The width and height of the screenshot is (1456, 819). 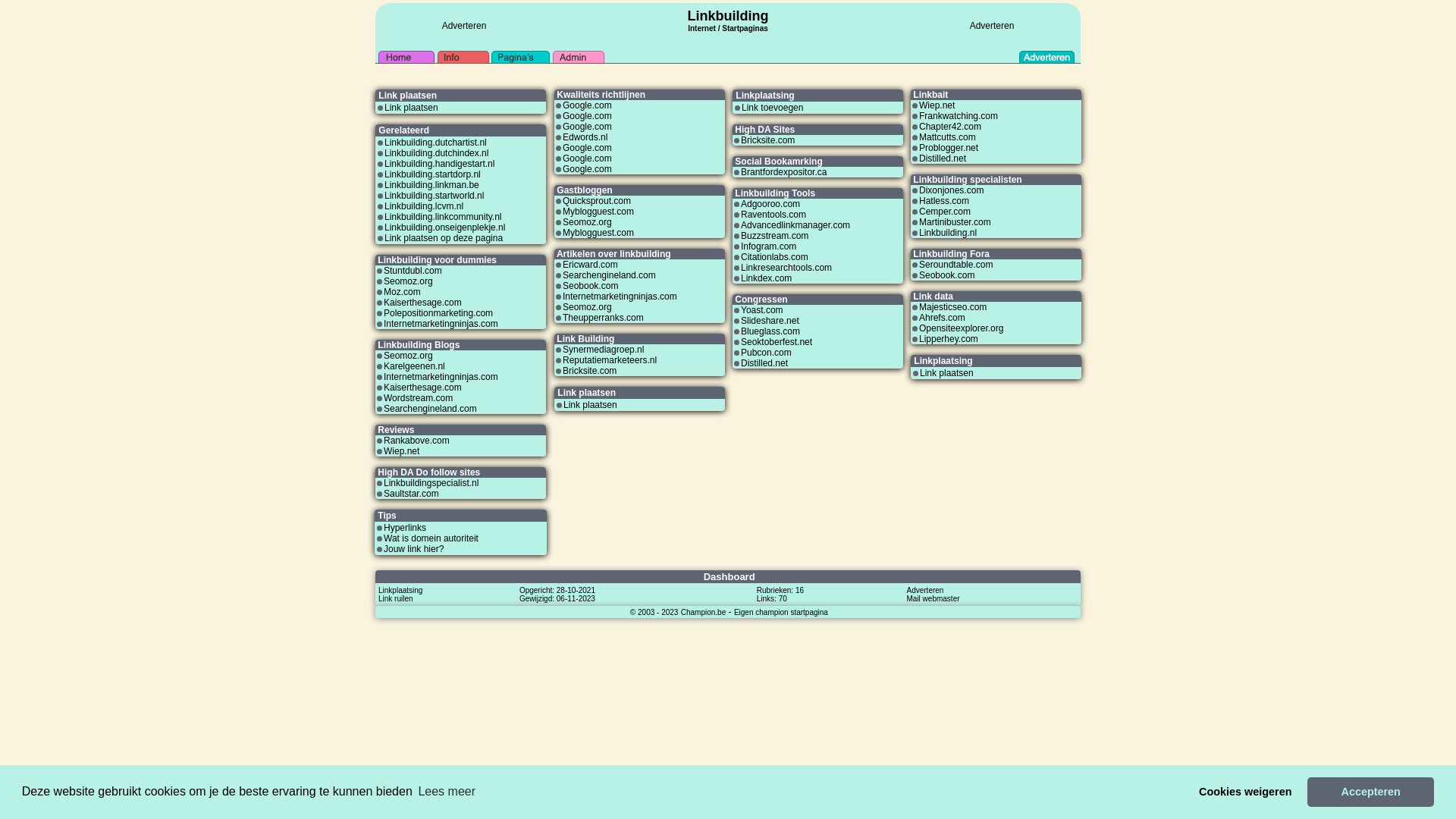 I want to click on 'Mail webmaster', so click(x=932, y=598).